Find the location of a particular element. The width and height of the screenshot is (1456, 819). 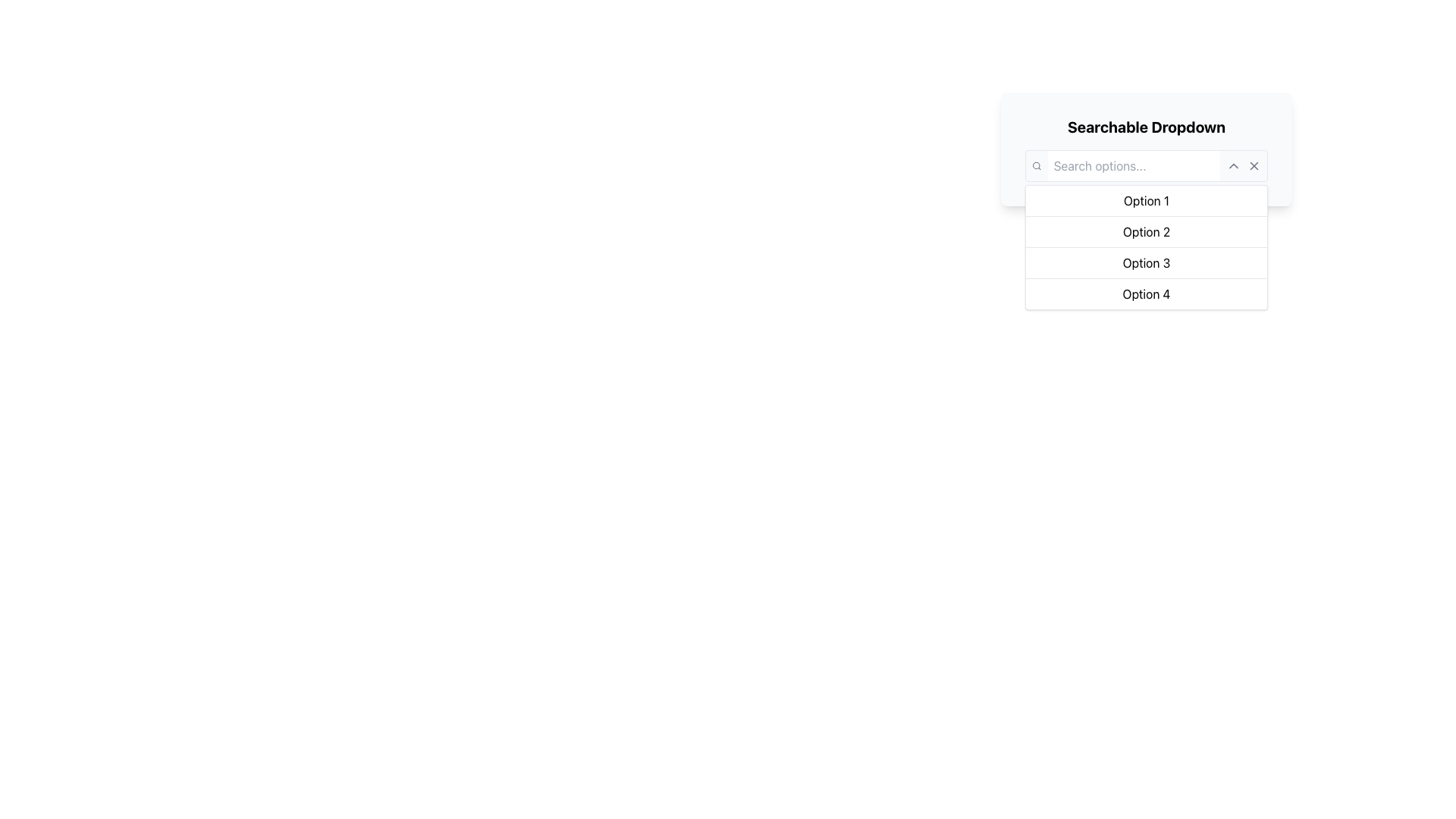

the third row of the dropdown menu labeled 'Option 3' is located at coordinates (1147, 246).